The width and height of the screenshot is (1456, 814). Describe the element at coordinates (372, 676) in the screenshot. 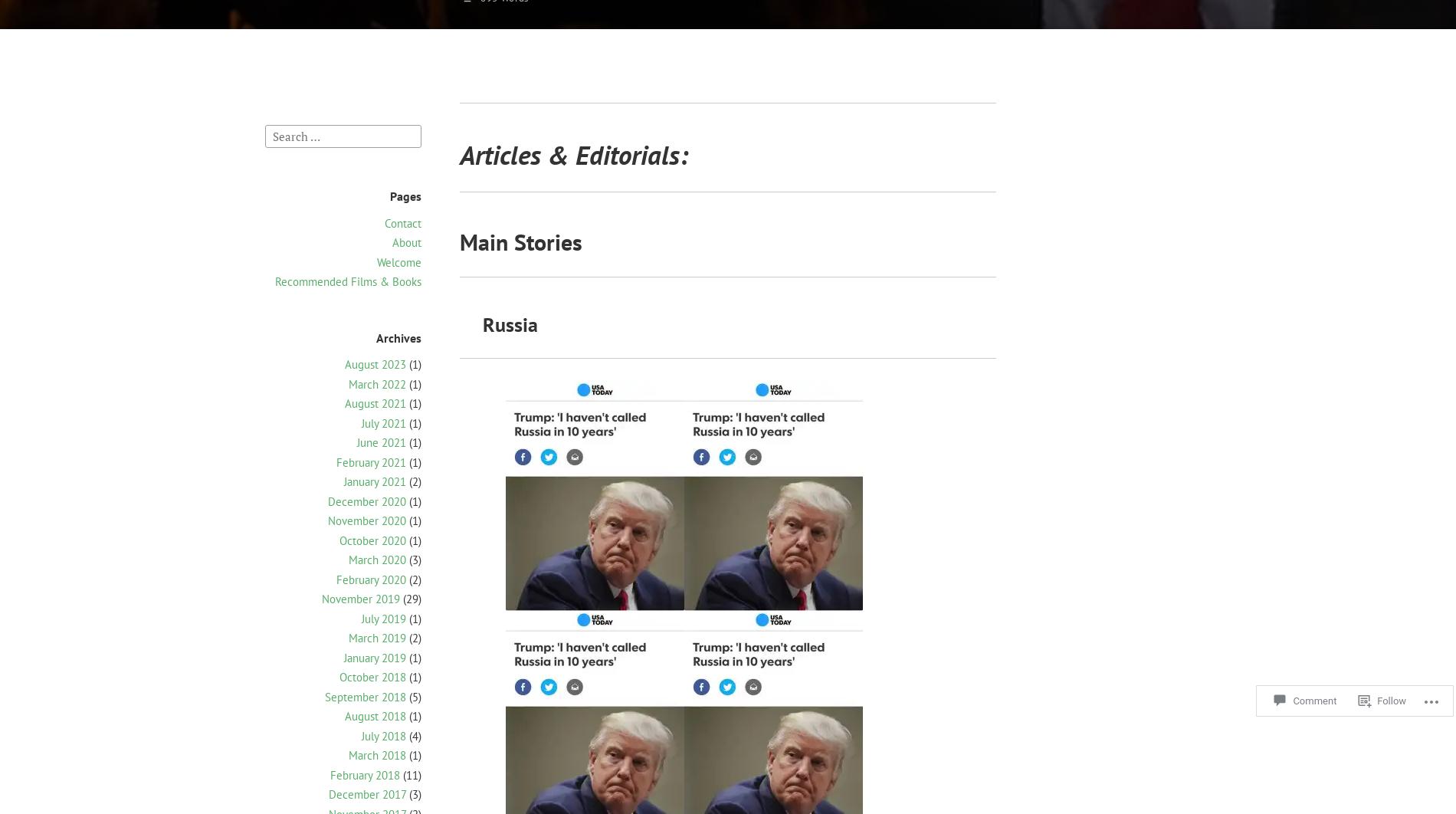

I see `'October 2018'` at that location.